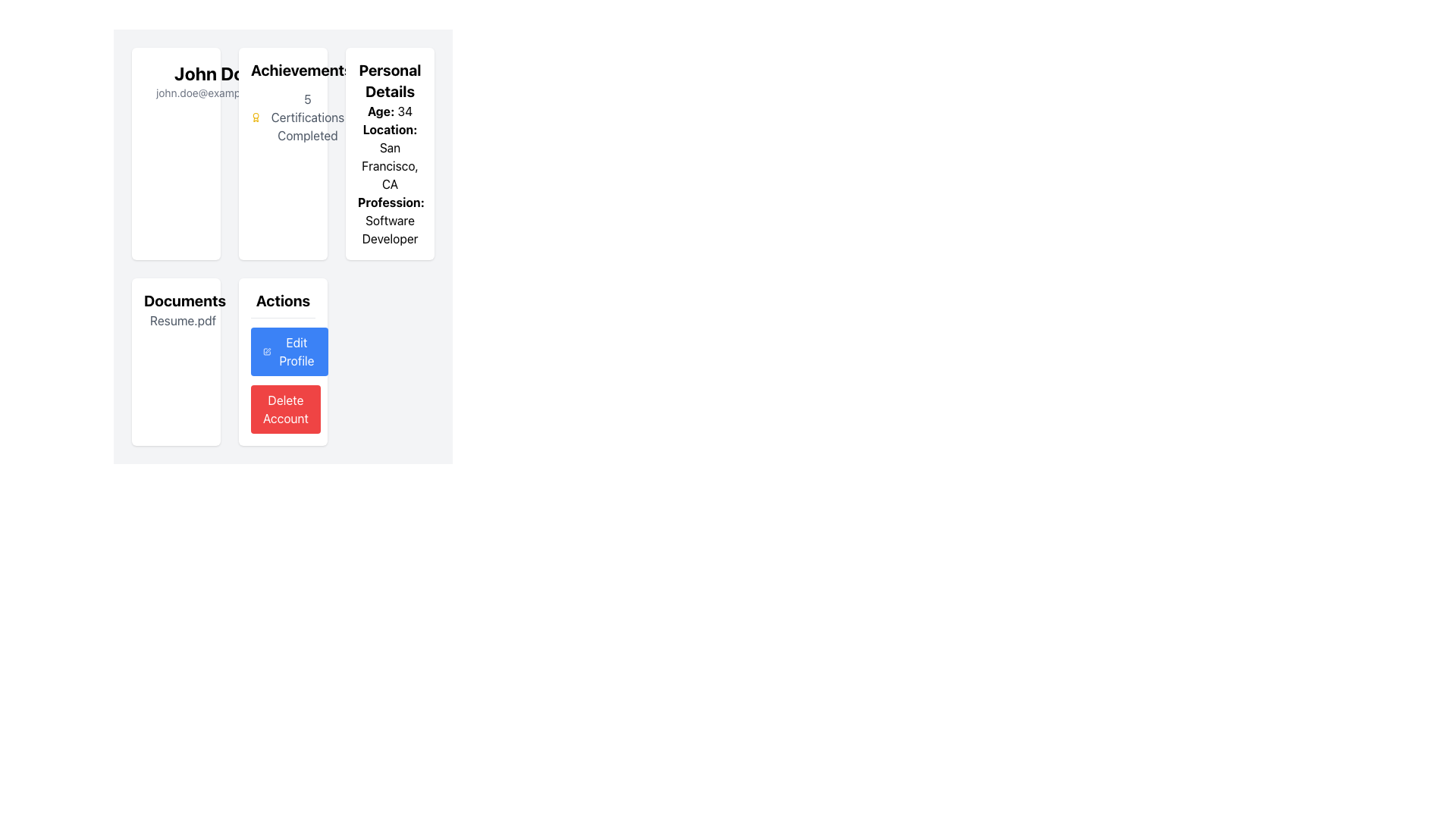  What do you see at coordinates (176, 154) in the screenshot?
I see `the card component displaying 'John Doe' at the top, which is the first card in the row within a grid layout` at bounding box center [176, 154].